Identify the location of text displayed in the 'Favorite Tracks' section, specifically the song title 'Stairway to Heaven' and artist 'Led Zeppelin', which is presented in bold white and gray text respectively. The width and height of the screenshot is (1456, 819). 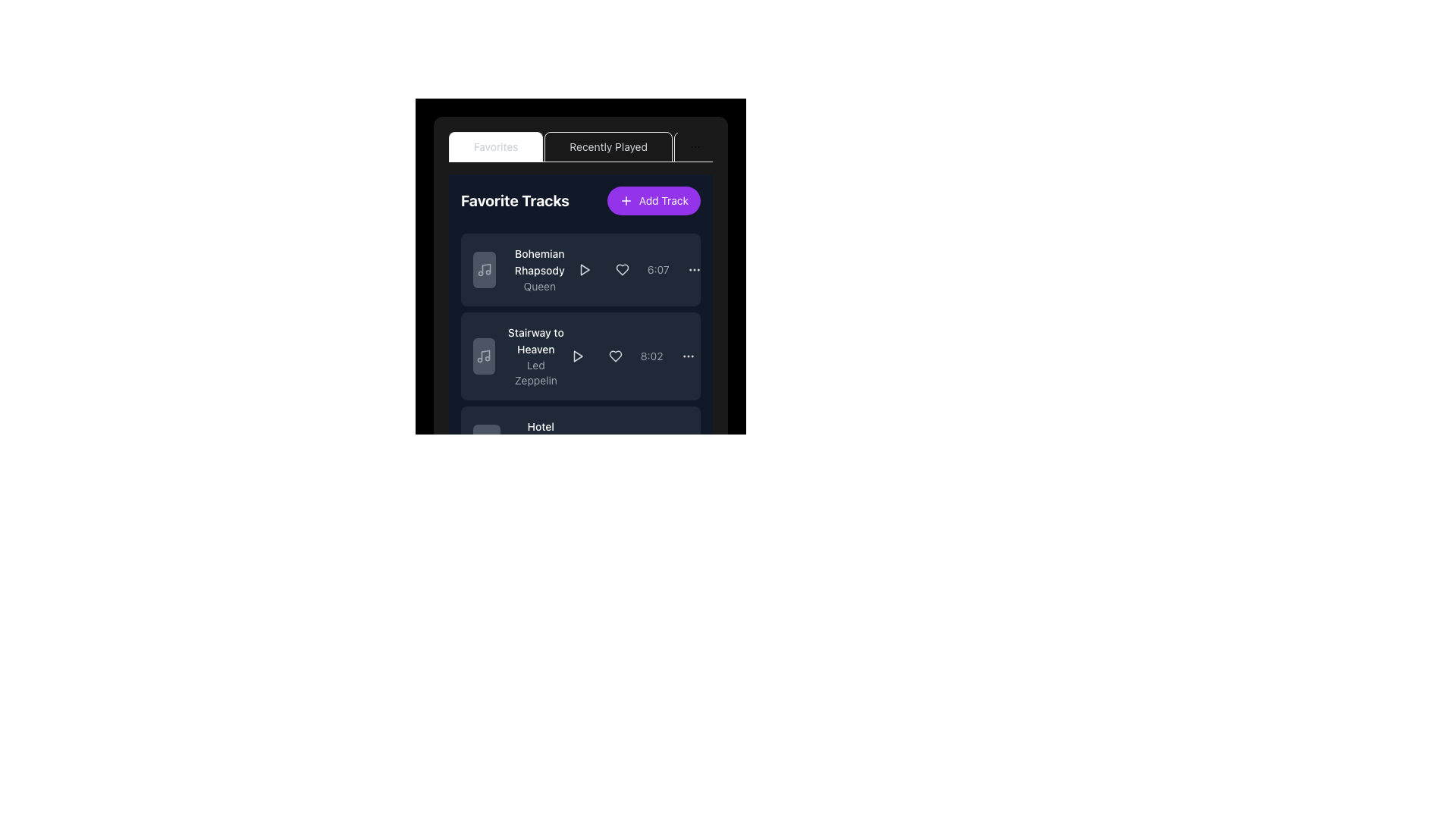
(535, 356).